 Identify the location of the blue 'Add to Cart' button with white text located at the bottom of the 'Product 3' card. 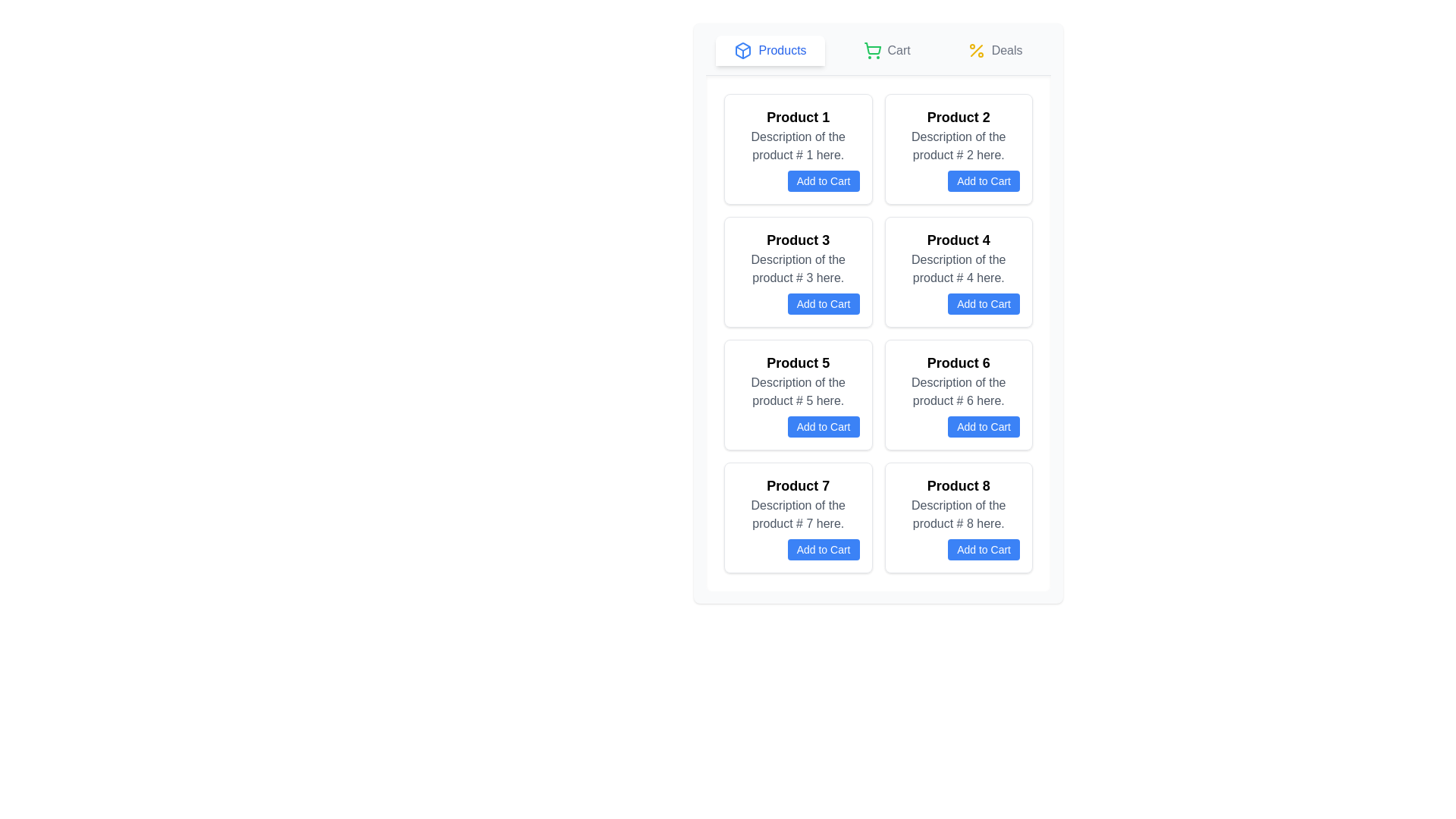
(823, 304).